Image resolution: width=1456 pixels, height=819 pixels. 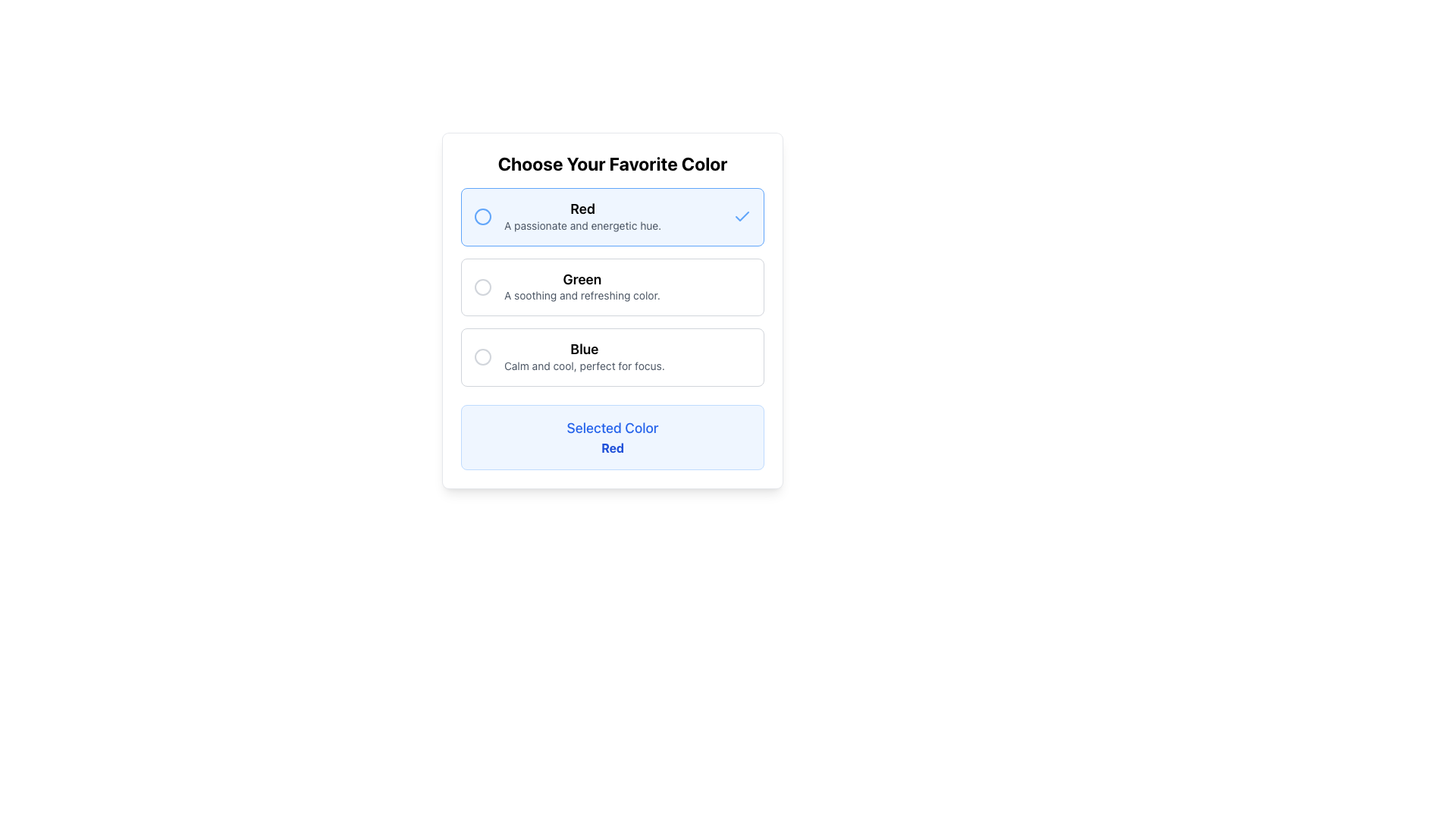 I want to click on the static text label that serves as a descriptive subtitle for the choice labeled 'Blue', located below the title 'Blue' in the grouped interface for color selection, so click(x=583, y=366).